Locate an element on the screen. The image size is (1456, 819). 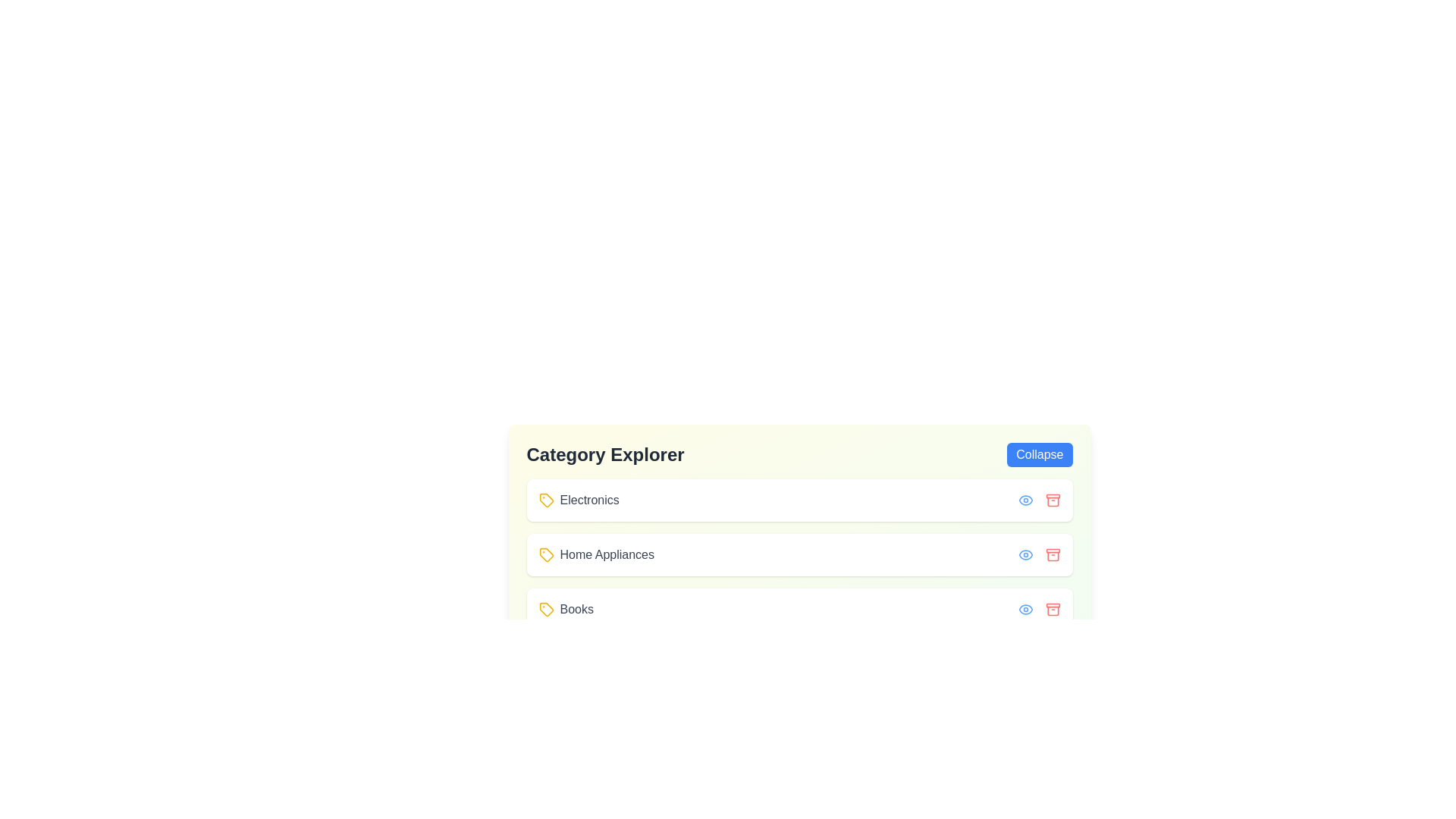
the eye-shaped icon button located in the Electronics category section is located at coordinates (1025, 500).